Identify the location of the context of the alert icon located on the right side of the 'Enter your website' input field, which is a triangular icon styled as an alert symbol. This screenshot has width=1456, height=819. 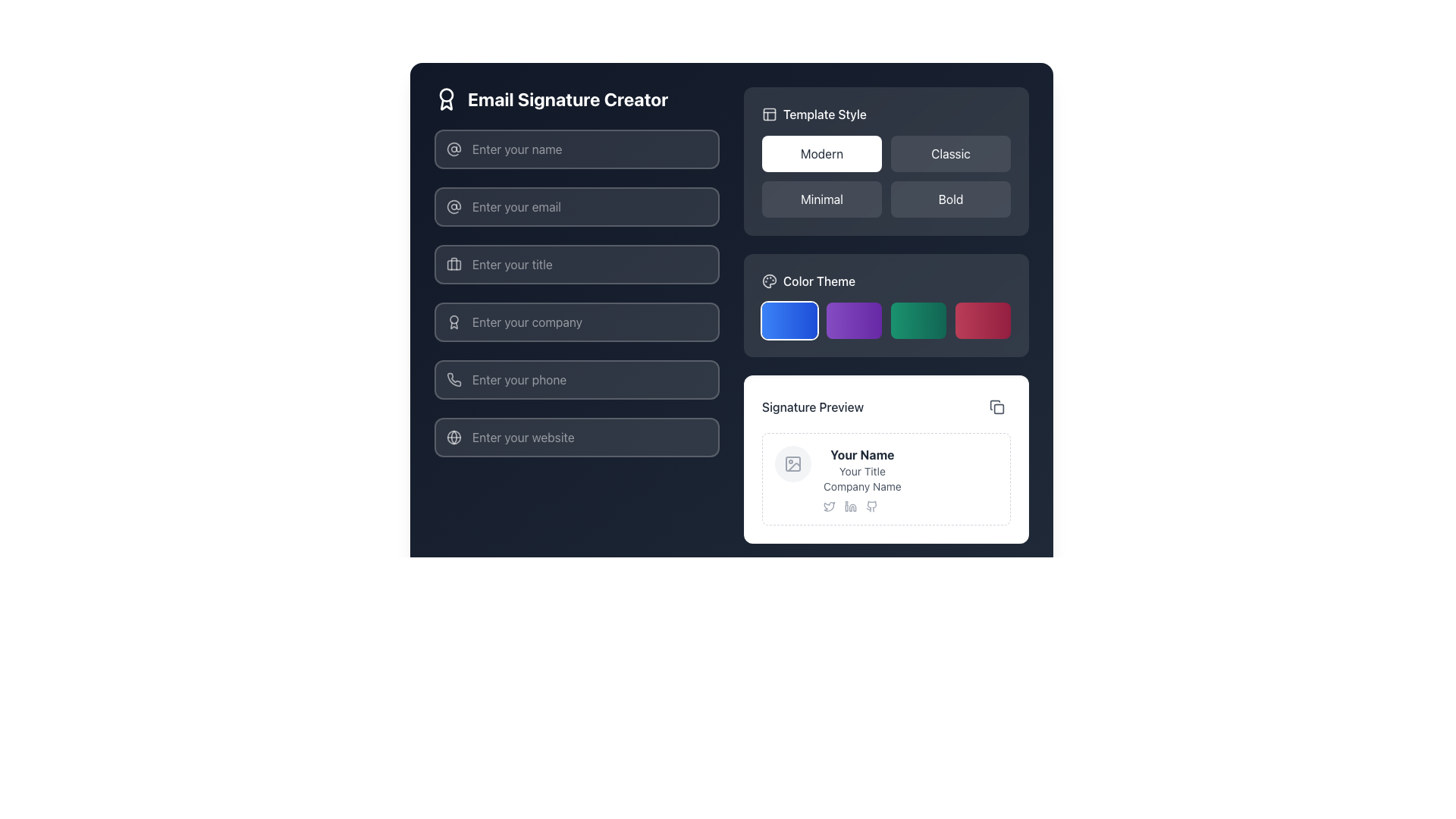
(649, 449).